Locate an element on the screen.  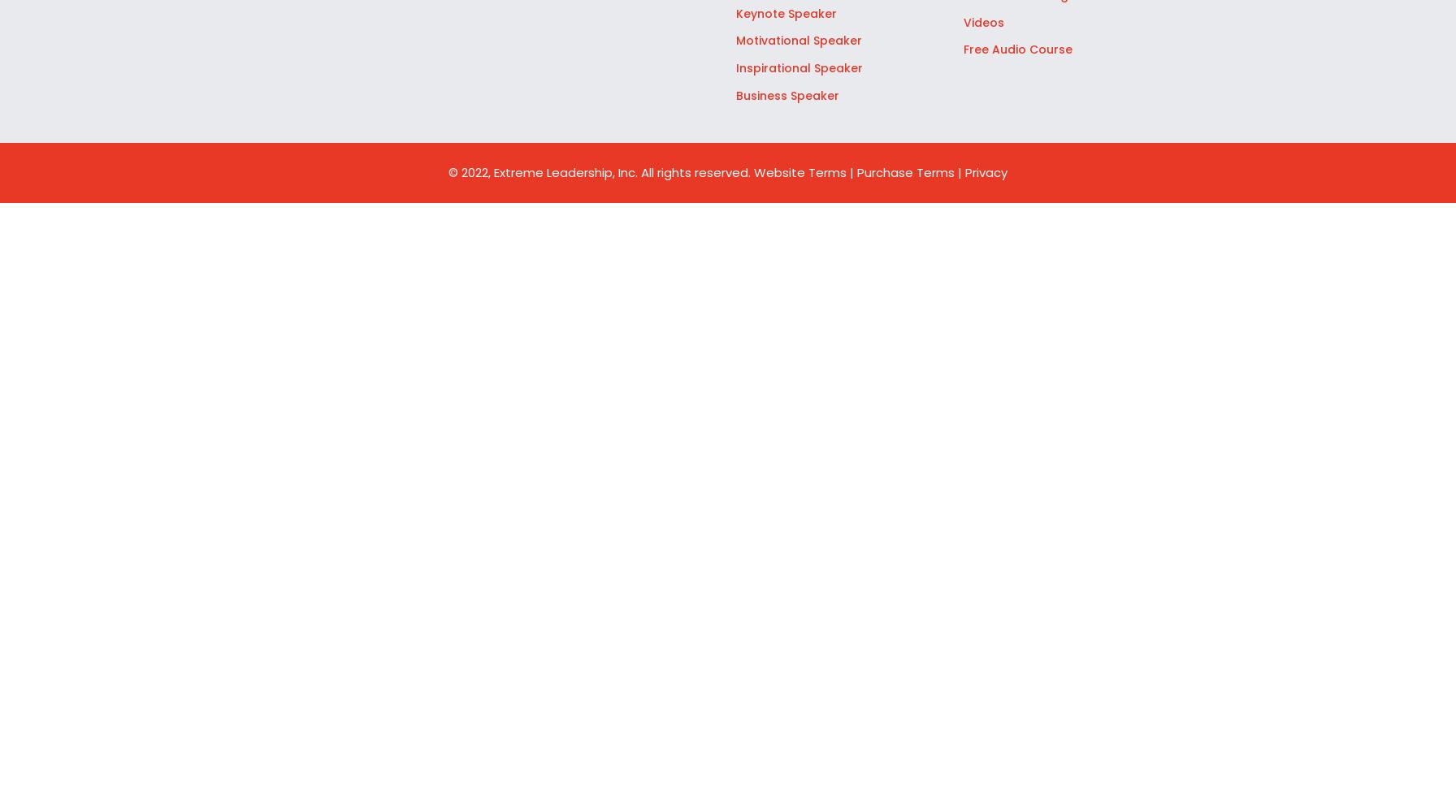
'© 2022, Extreme Leadership, Inc. All rights reserved.' is located at coordinates (600, 171).